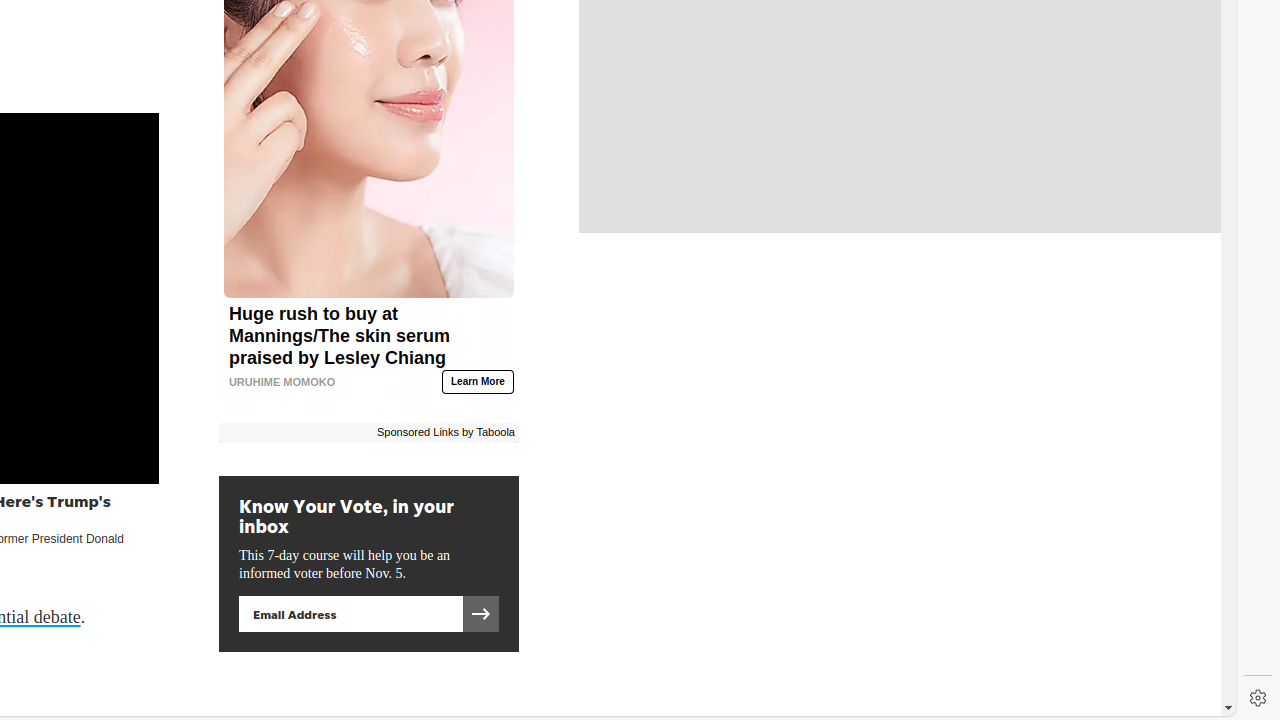 The height and width of the screenshot is (720, 1280). What do you see at coordinates (1256, 696) in the screenshot?
I see `'Settings'` at bounding box center [1256, 696].